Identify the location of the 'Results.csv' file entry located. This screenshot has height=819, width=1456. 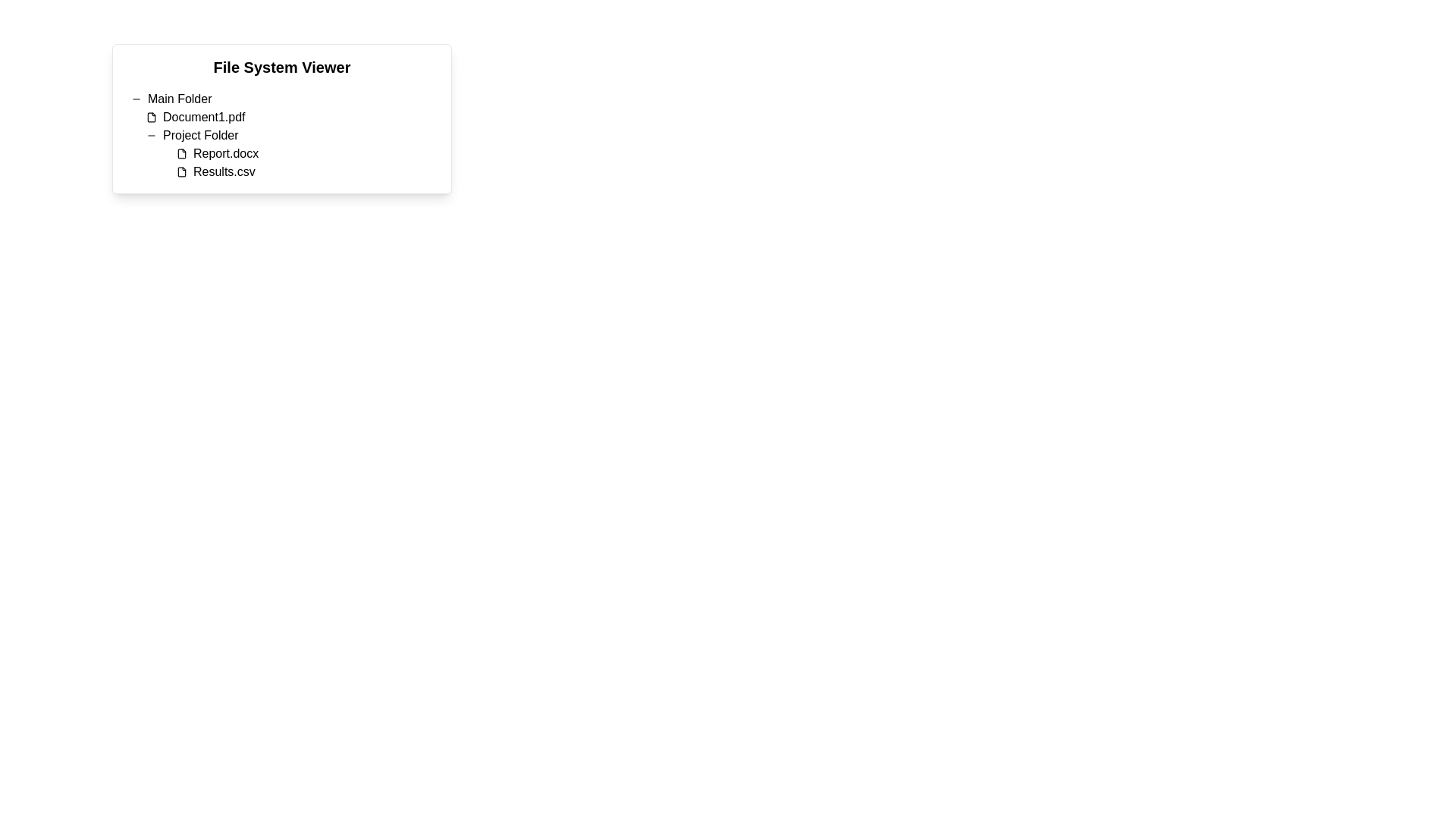
(304, 171).